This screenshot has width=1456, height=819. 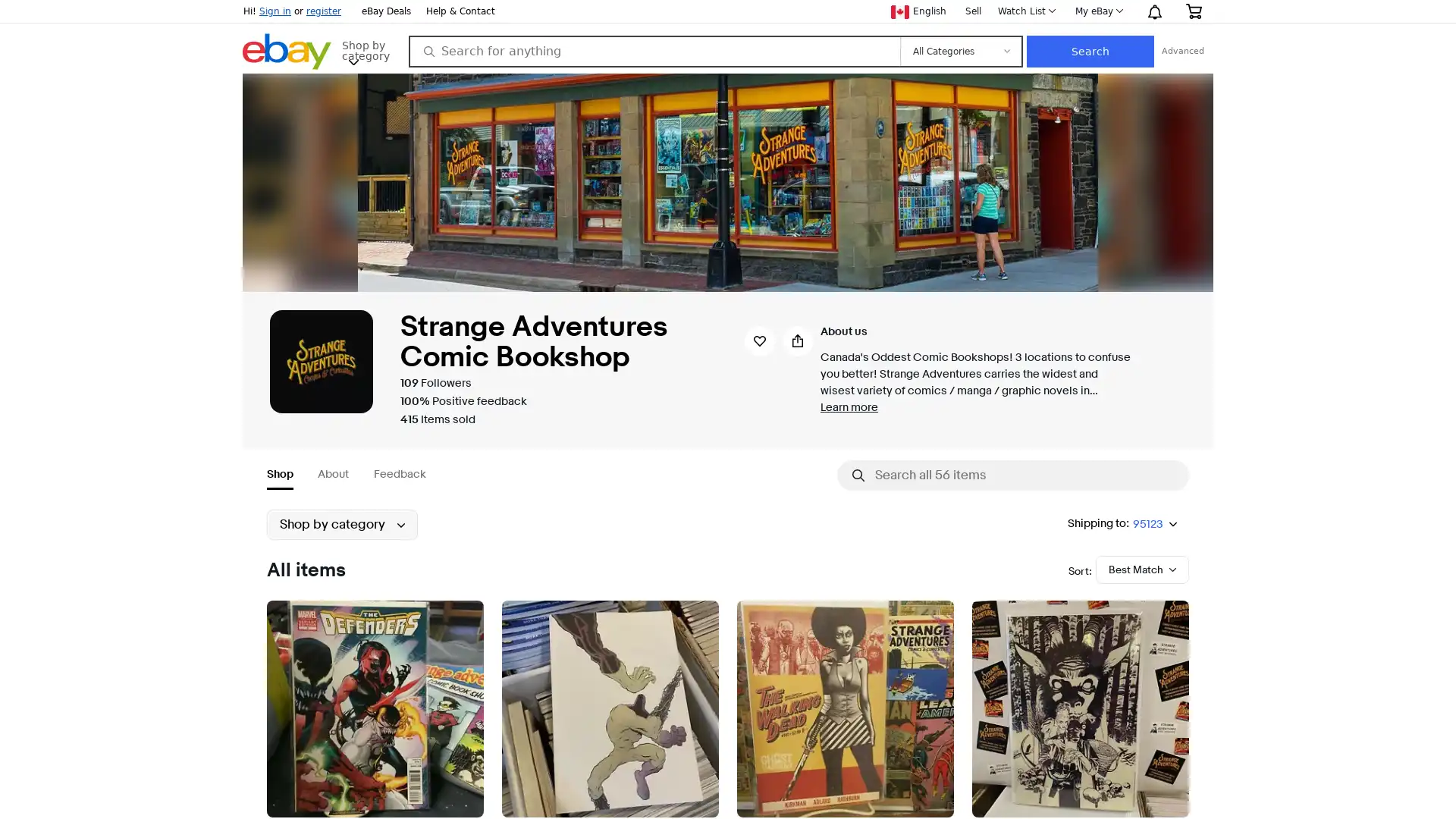 I want to click on Shipping to:95123, so click(x=1122, y=522).